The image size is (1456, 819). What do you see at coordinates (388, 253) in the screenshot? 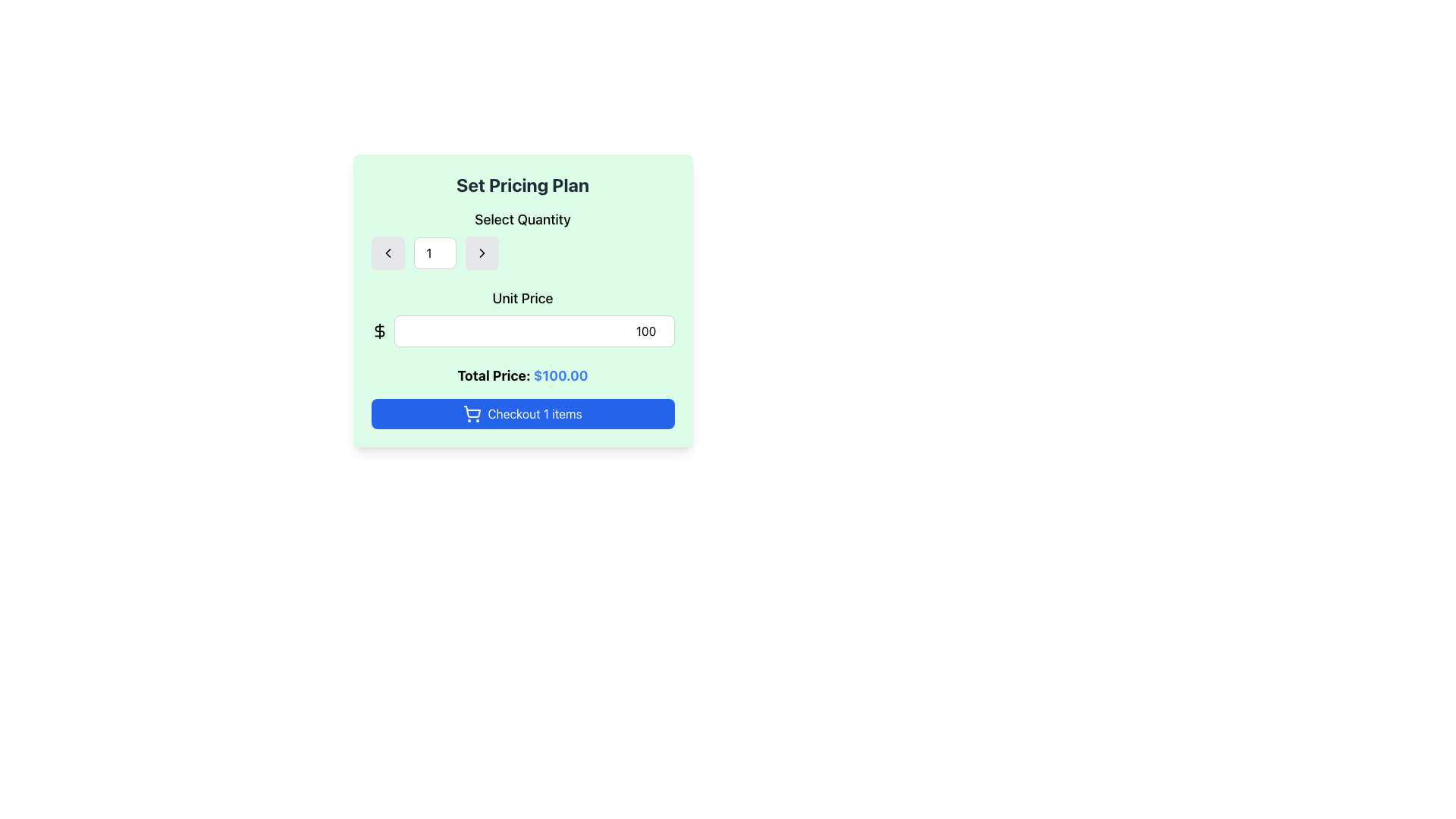
I see `the left-pointing chevron arrow within the first button under the 'Select Quantity' label in the 'Set Pricing Plan' interface` at bounding box center [388, 253].